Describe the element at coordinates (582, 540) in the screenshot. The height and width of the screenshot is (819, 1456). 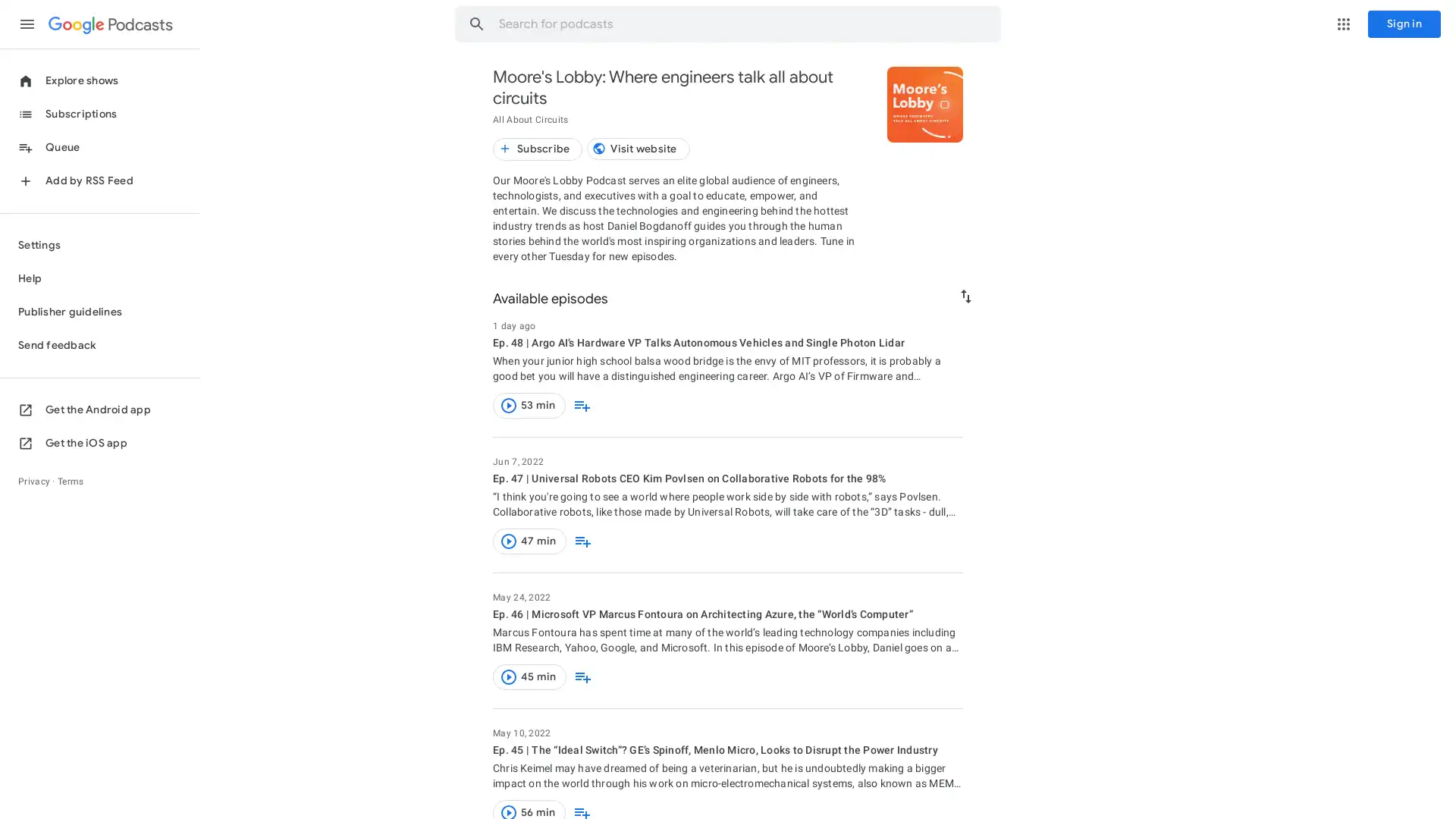
I see `Add to queue` at that location.